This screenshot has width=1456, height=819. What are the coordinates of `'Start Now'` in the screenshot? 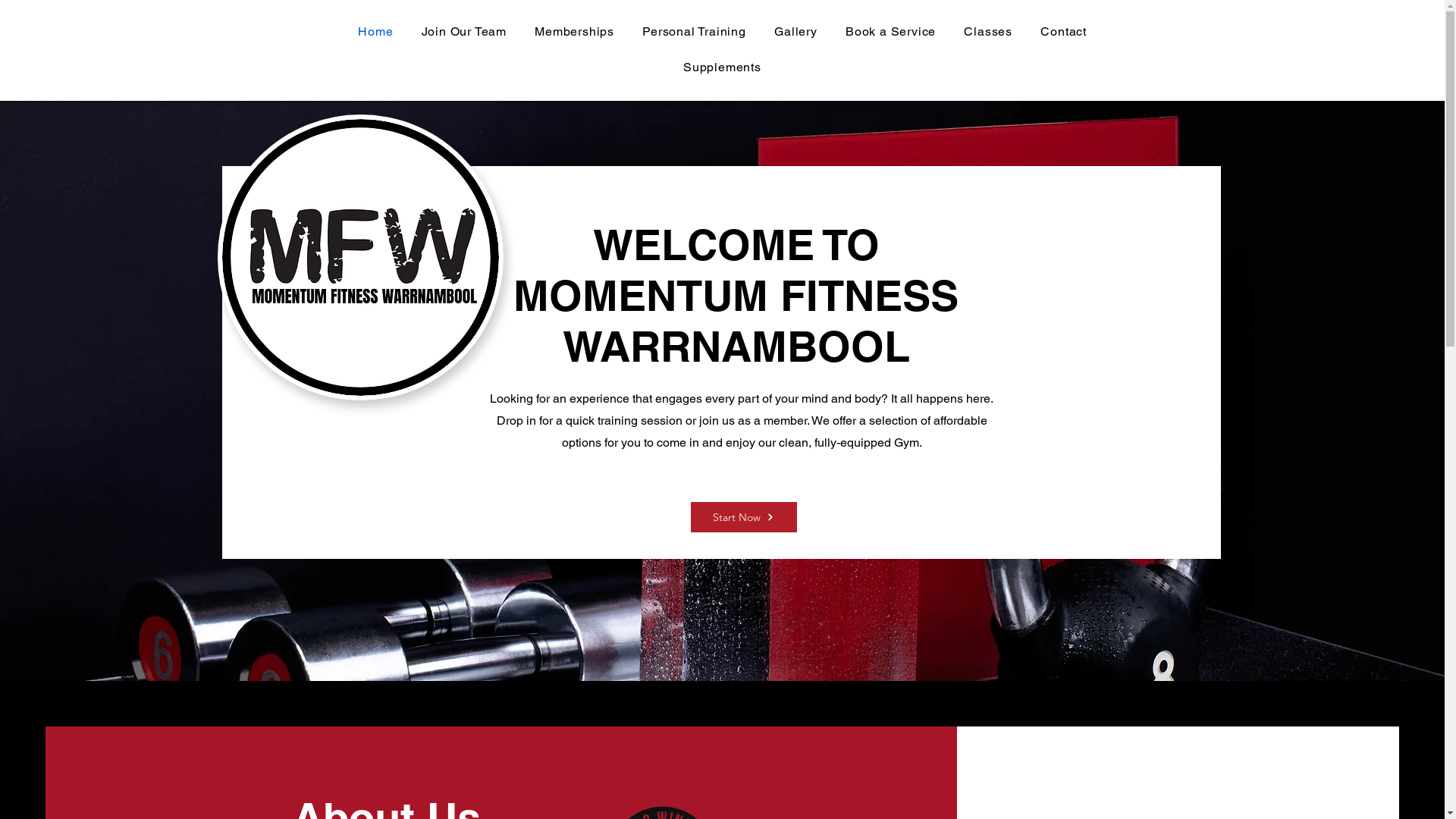 It's located at (742, 516).